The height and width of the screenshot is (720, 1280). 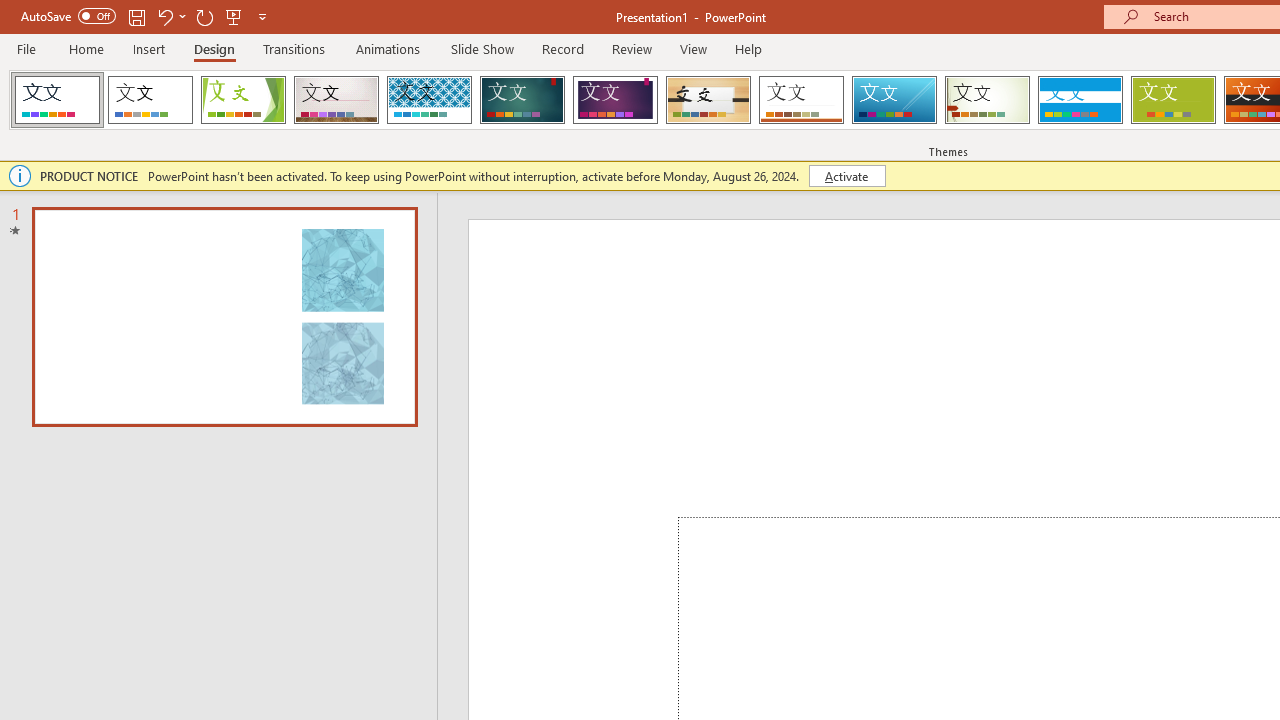 What do you see at coordinates (144, 16) in the screenshot?
I see `'Quick Access Toolbar'` at bounding box center [144, 16].